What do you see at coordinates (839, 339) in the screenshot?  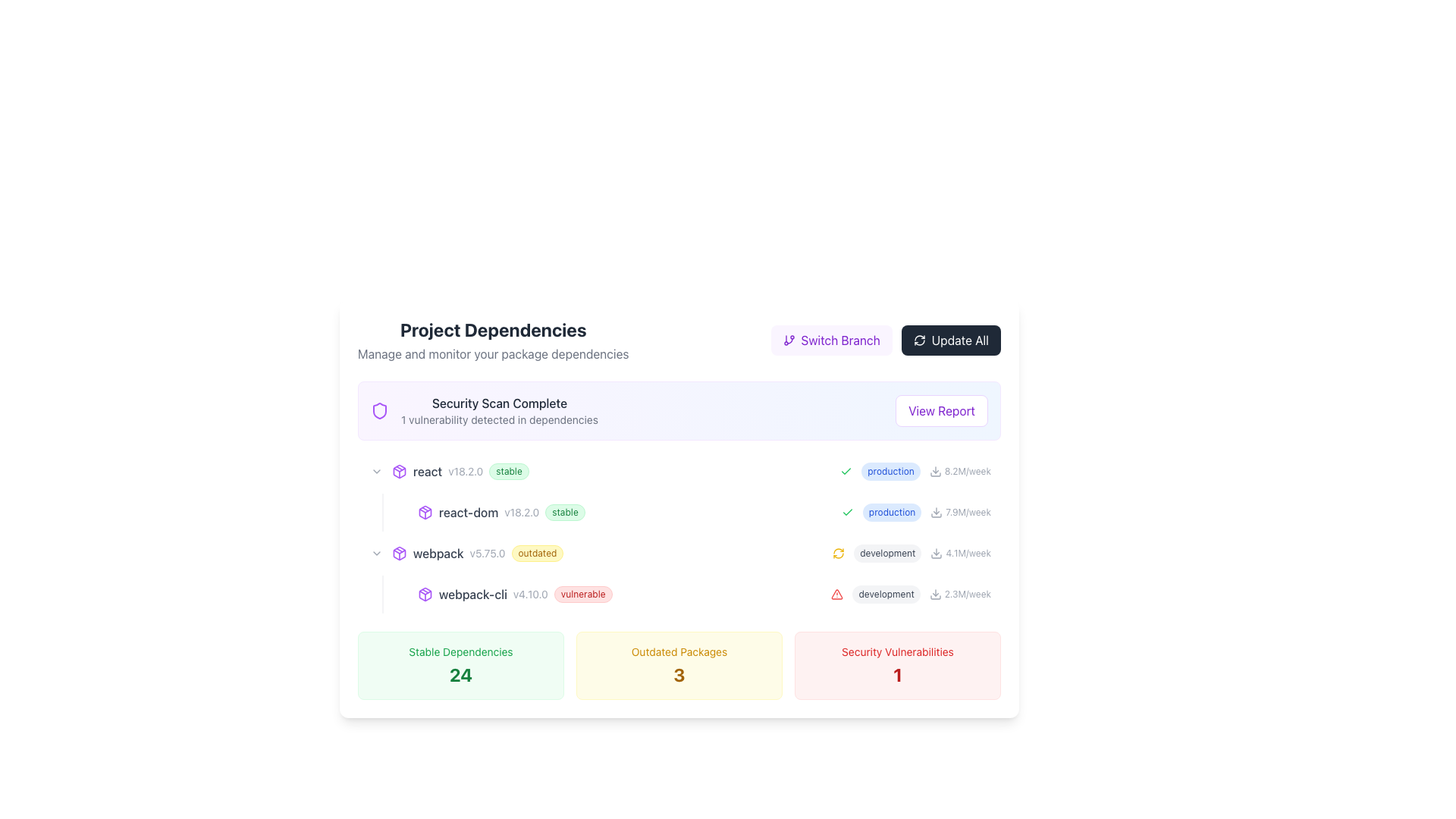 I see `the static text 'Switch Branch' which is styled in purple and is centrally located within a light purple rounded rectangle background, positioned near the top-right of the interface` at bounding box center [839, 339].